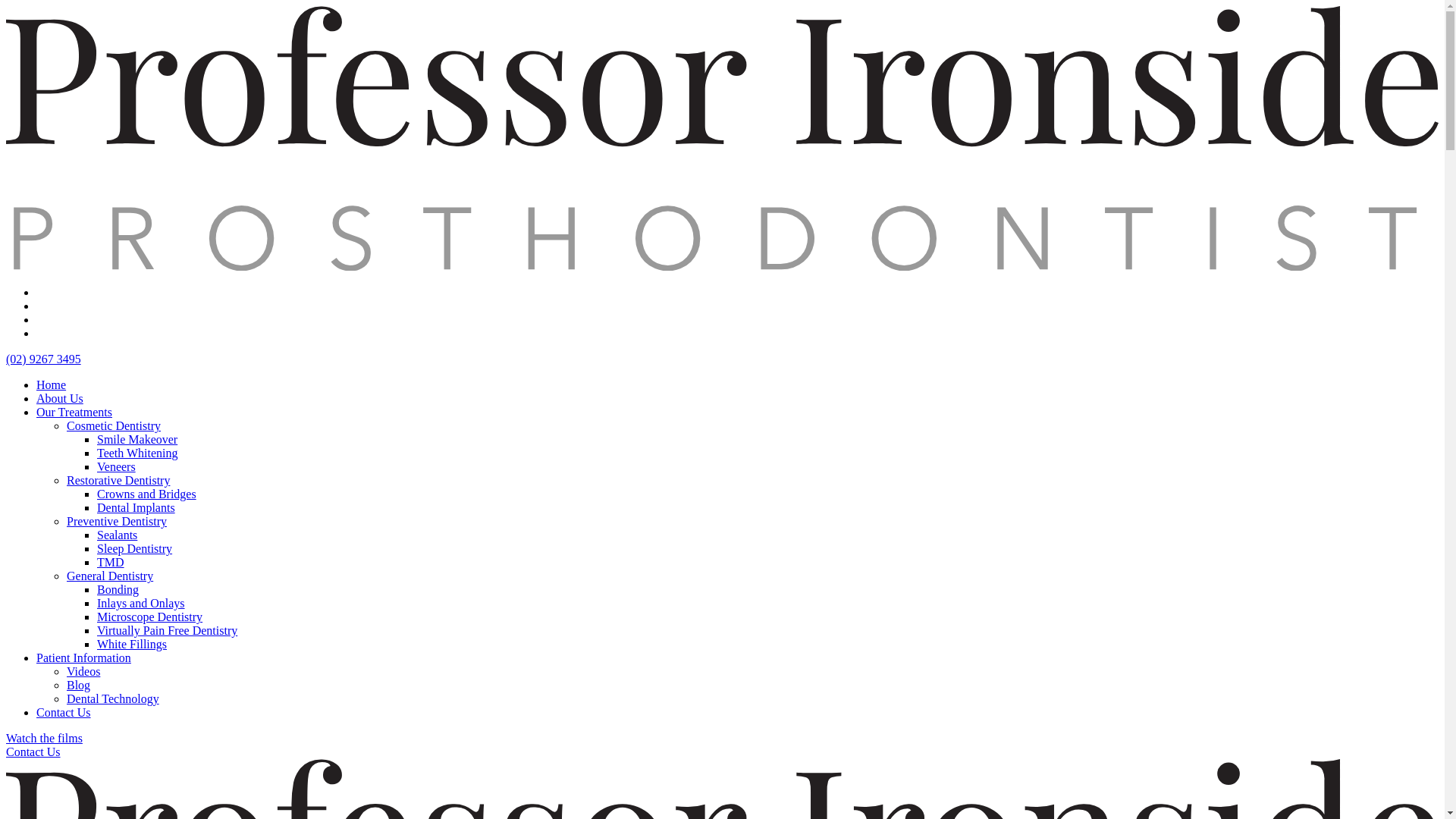  What do you see at coordinates (149, 617) in the screenshot?
I see `'Microscope Dentistry'` at bounding box center [149, 617].